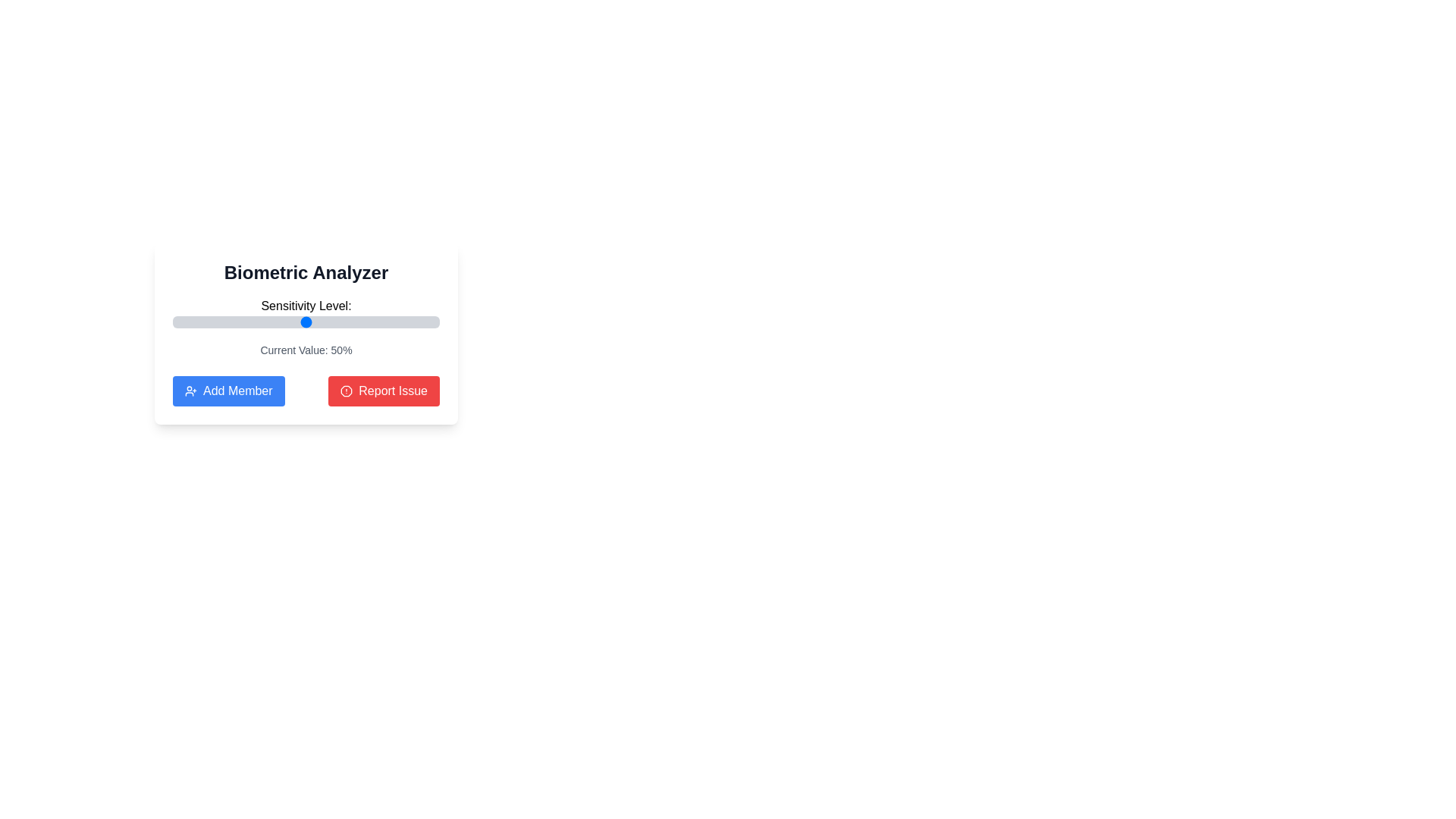  I want to click on the sensitivity level, so click(394, 321).